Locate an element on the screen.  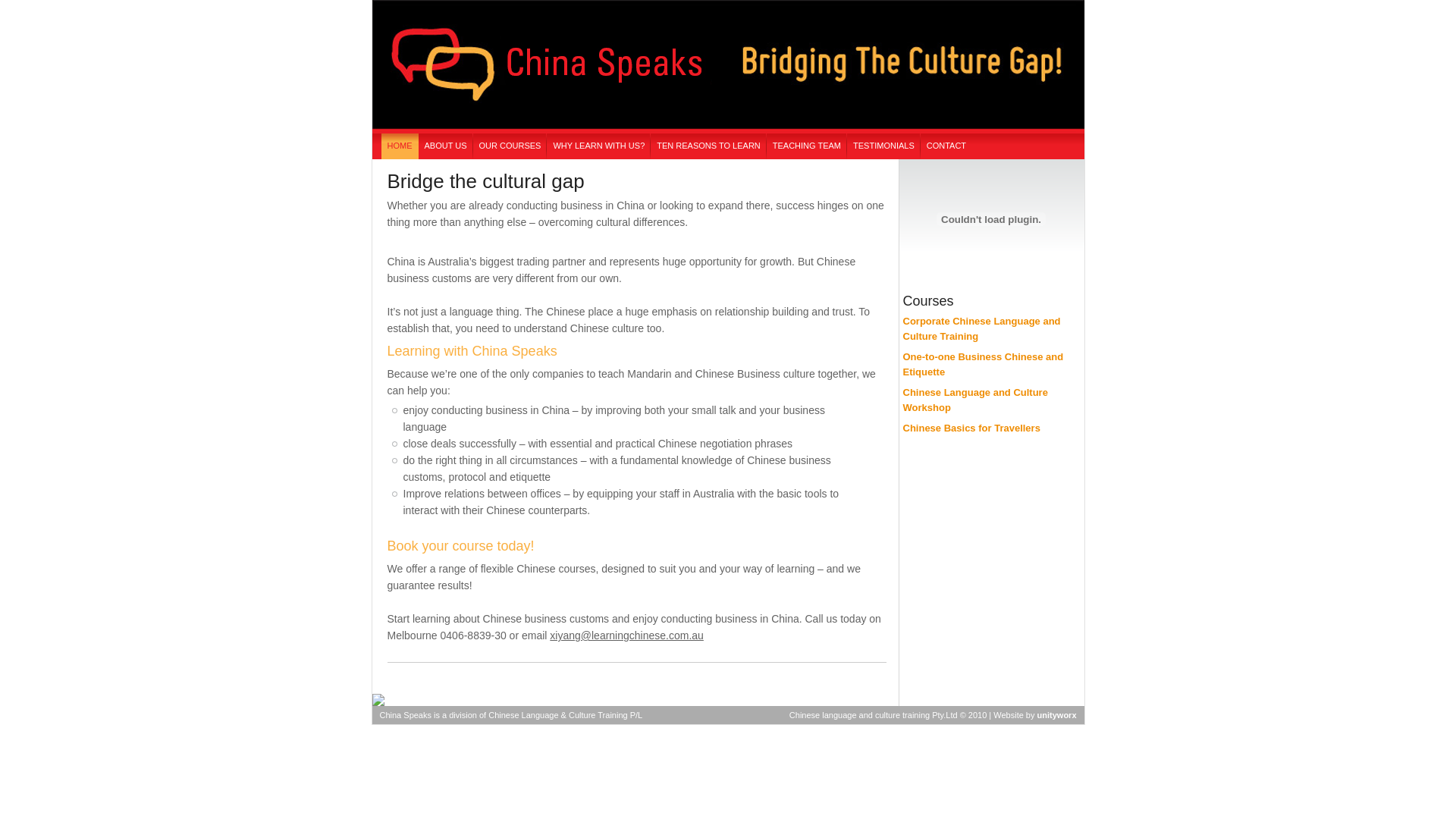
'Chinese Language and Culture Workshop' is located at coordinates (974, 399).